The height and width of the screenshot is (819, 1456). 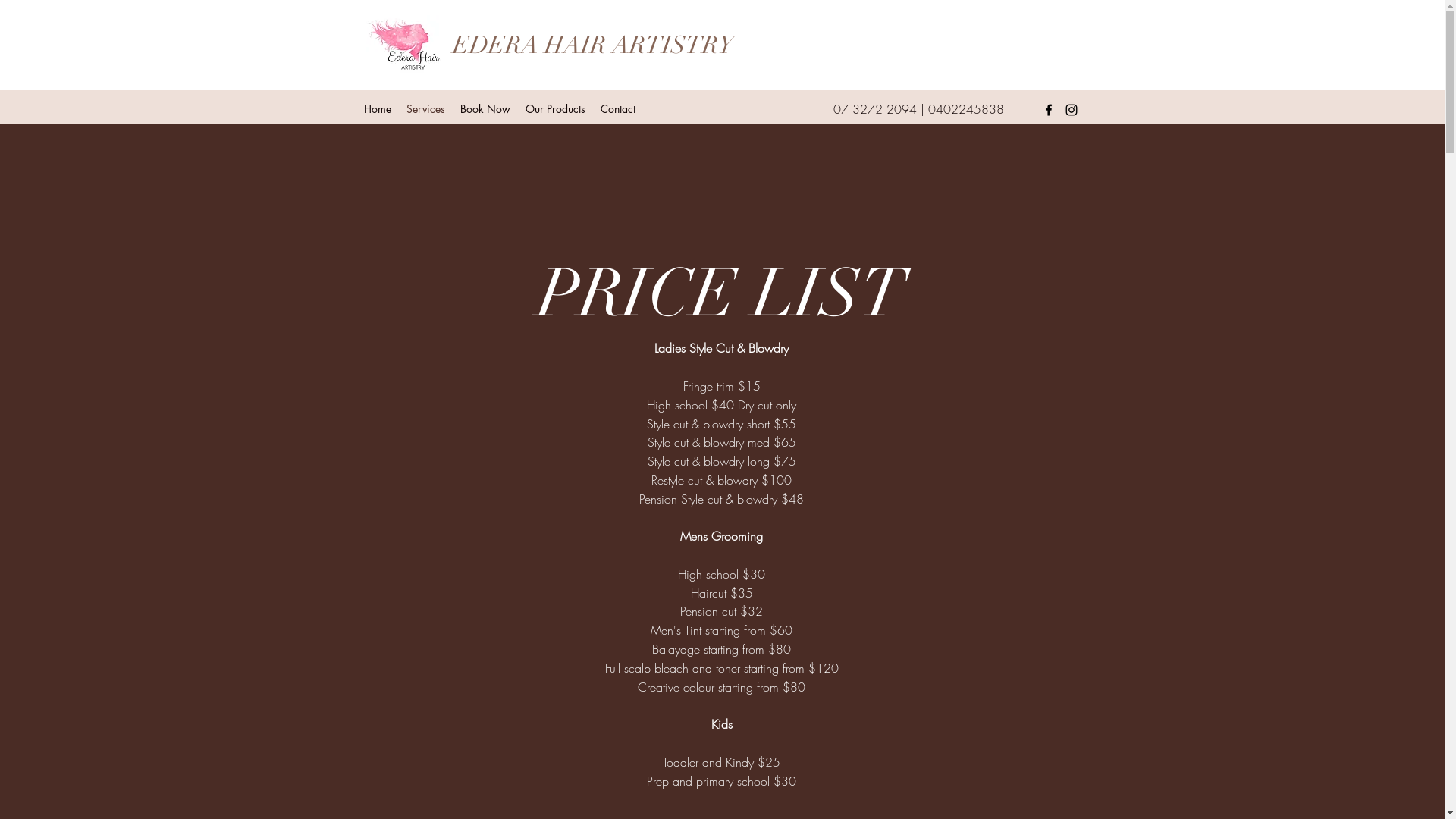 What do you see at coordinates (483, 108) in the screenshot?
I see `'Book Now'` at bounding box center [483, 108].